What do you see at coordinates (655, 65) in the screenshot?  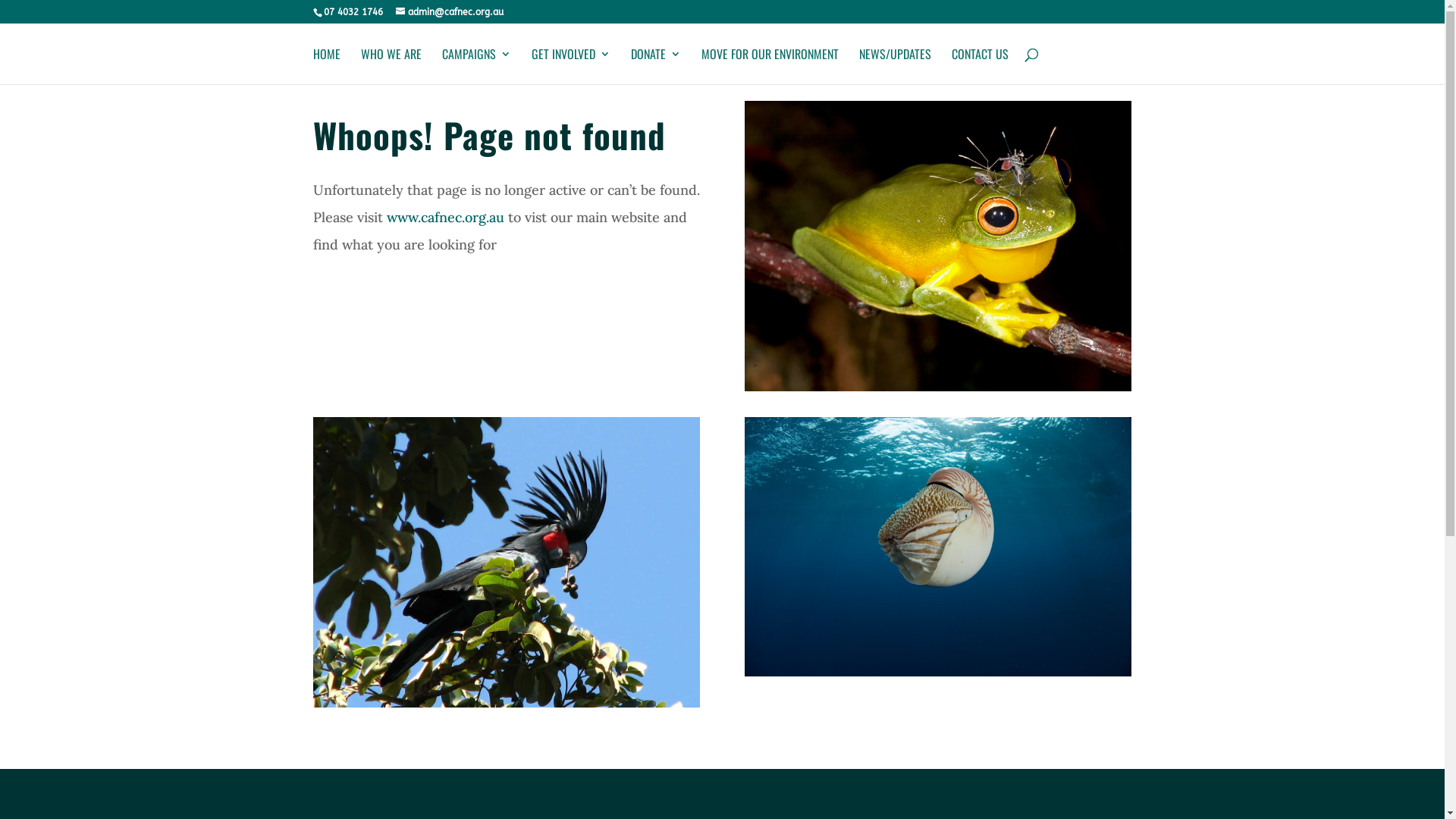 I see `'DONATE'` at bounding box center [655, 65].